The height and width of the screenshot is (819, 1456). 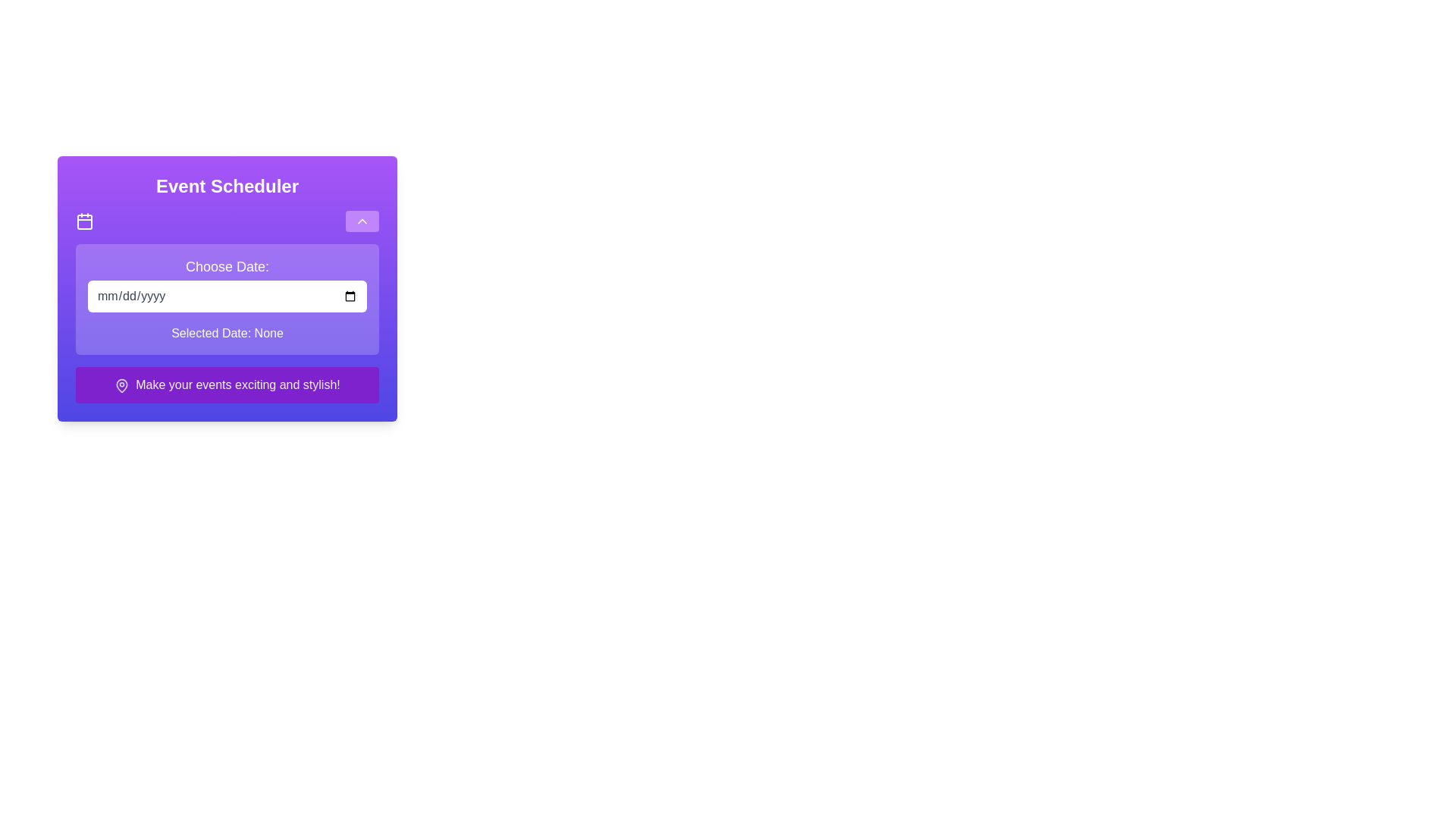 I want to click on the header element displaying 'Event Scheduler' in bold, large white font on a gradient purple background, so click(x=226, y=186).